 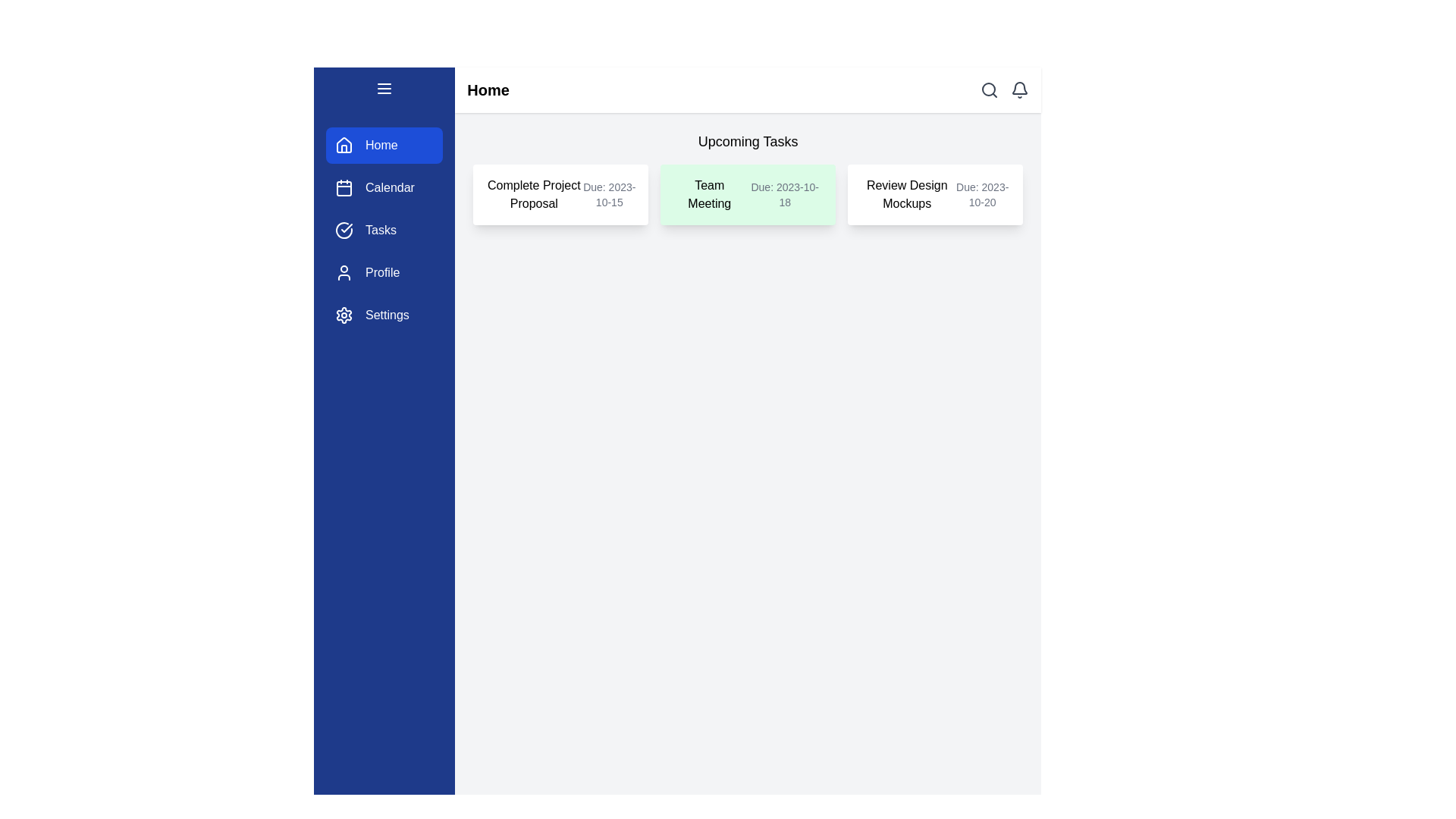 What do you see at coordinates (384, 231) in the screenshot?
I see `the third button in the vertical navigation menu on the left side of the interface` at bounding box center [384, 231].